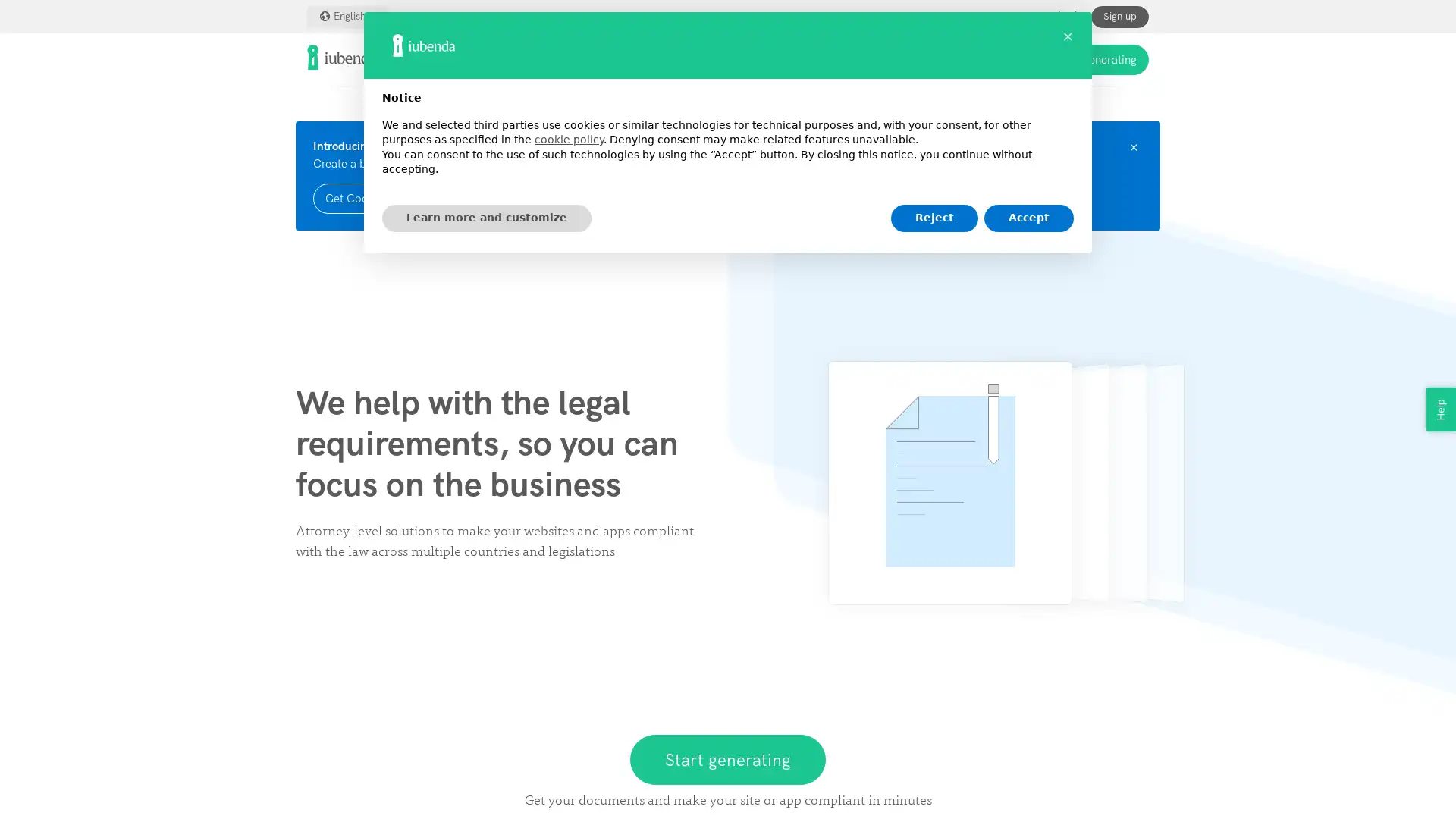 This screenshot has height=819, width=1456. Describe the element at coordinates (1029, 217) in the screenshot. I see `Accept` at that location.